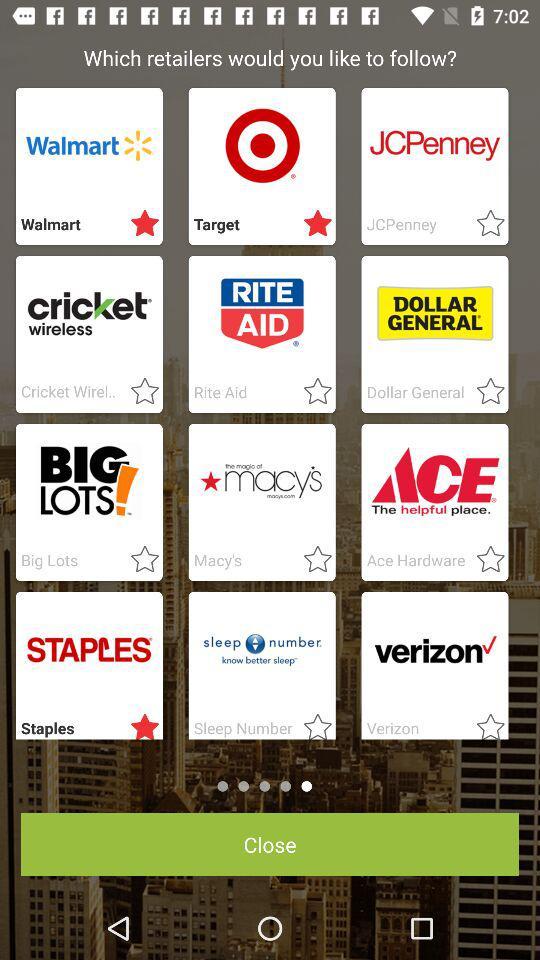 The height and width of the screenshot is (960, 540). What do you see at coordinates (483, 224) in the screenshot?
I see `jcpenney option` at bounding box center [483, 224].